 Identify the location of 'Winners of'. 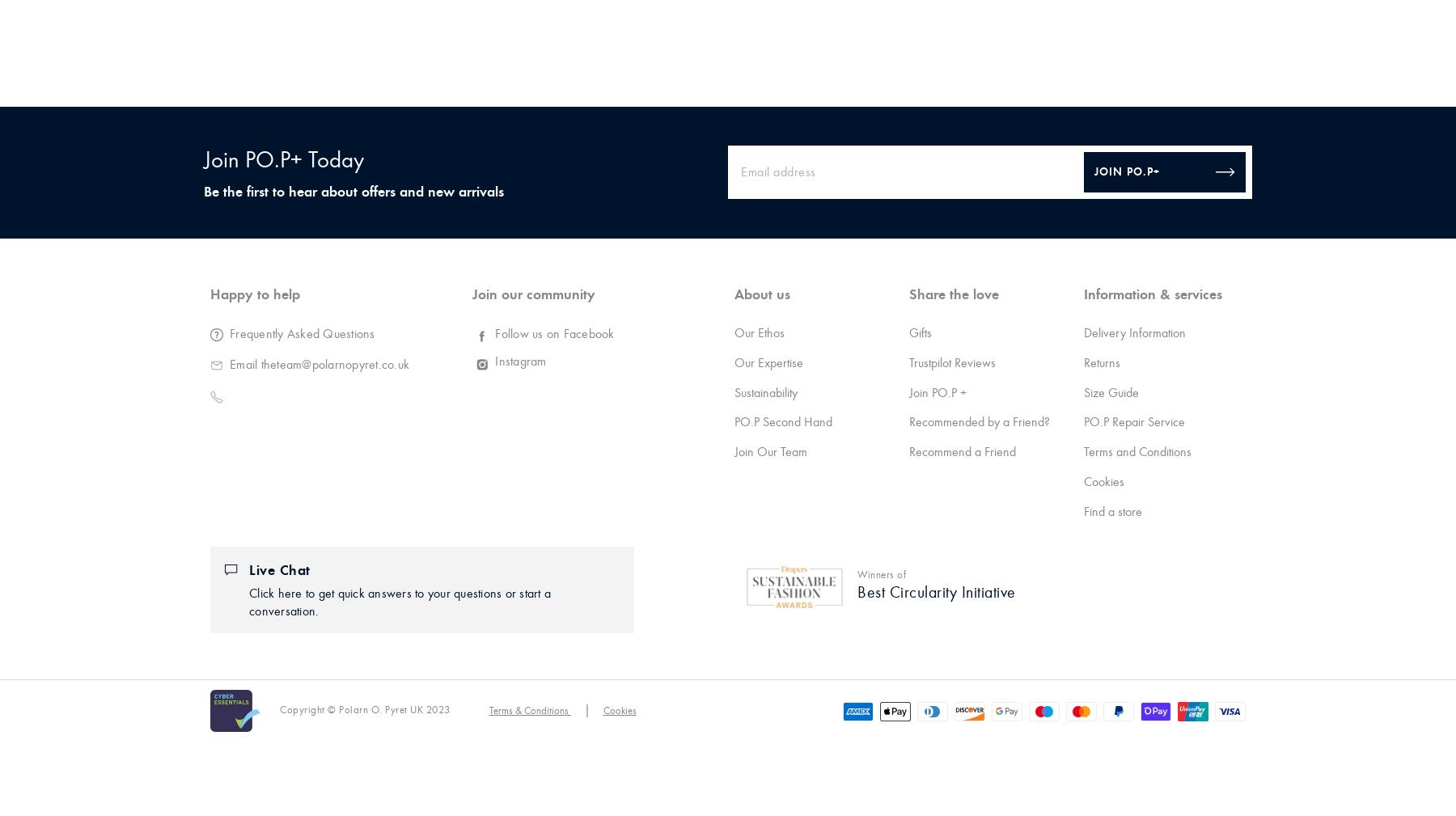
(882, 574).